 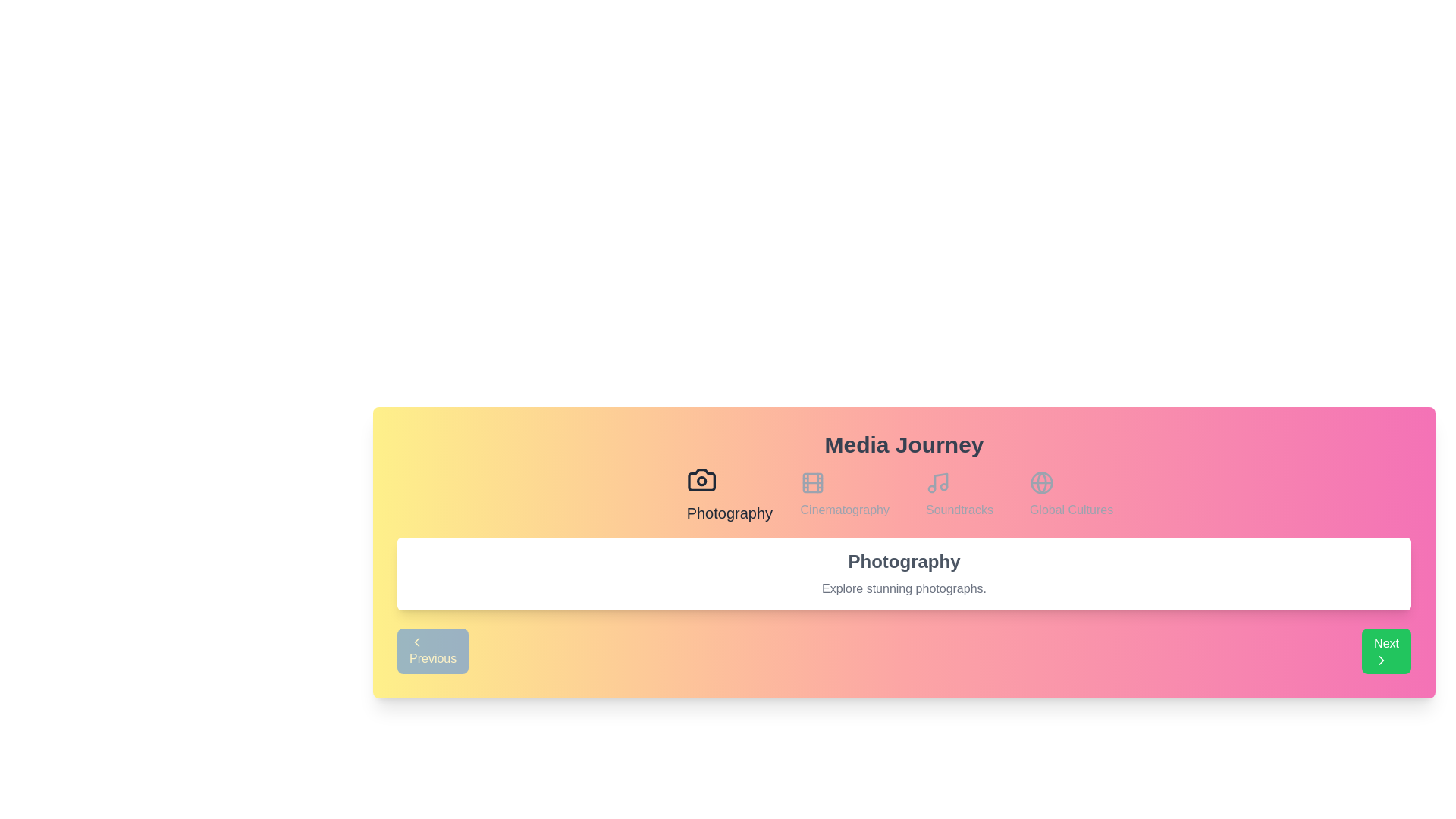 I want to click on 'Next' button to navigate to the next stage, so click(x=1386, y=651).